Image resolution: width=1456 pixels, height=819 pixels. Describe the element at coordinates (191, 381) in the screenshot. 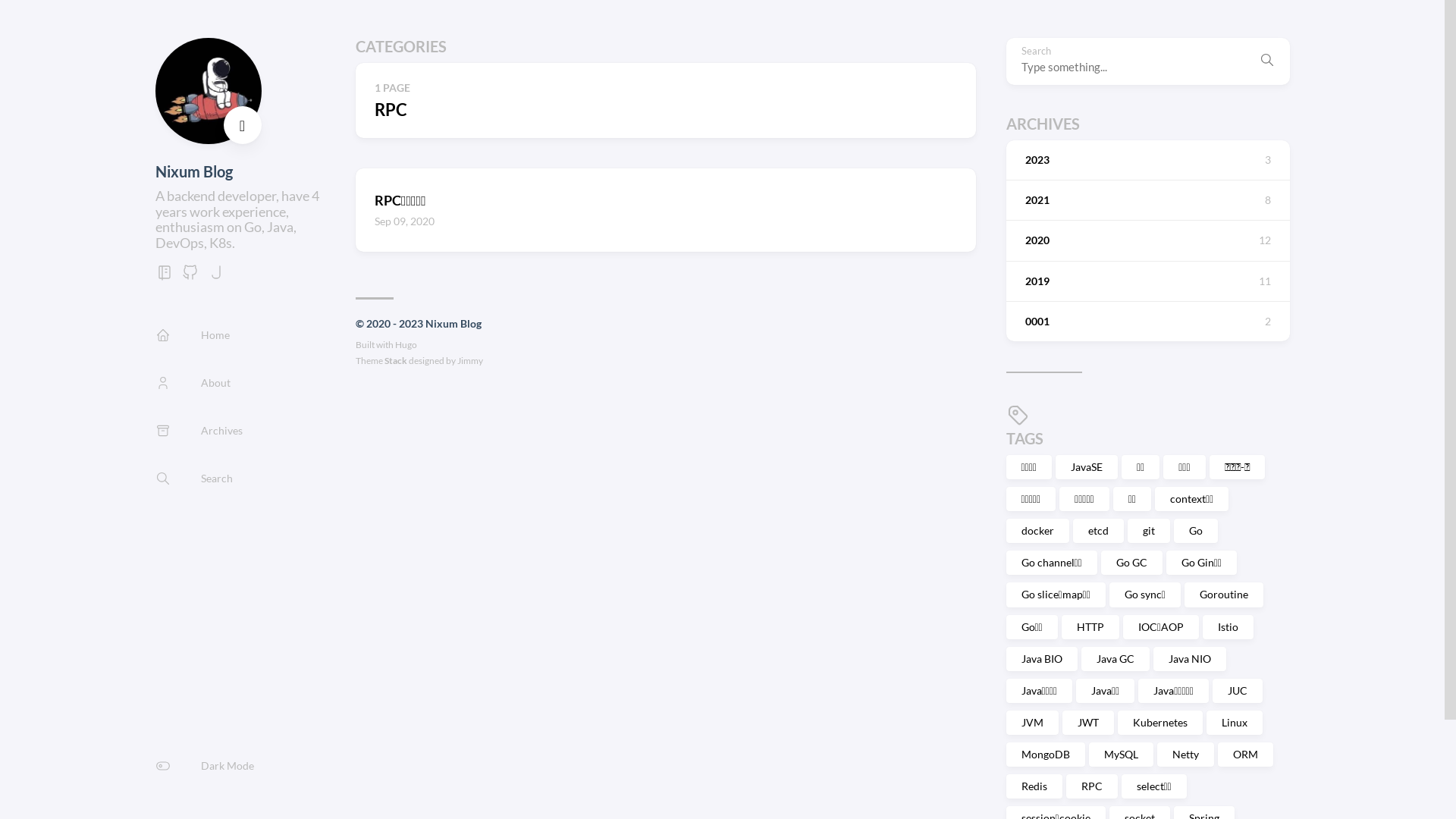

I see `'About'` at that location.